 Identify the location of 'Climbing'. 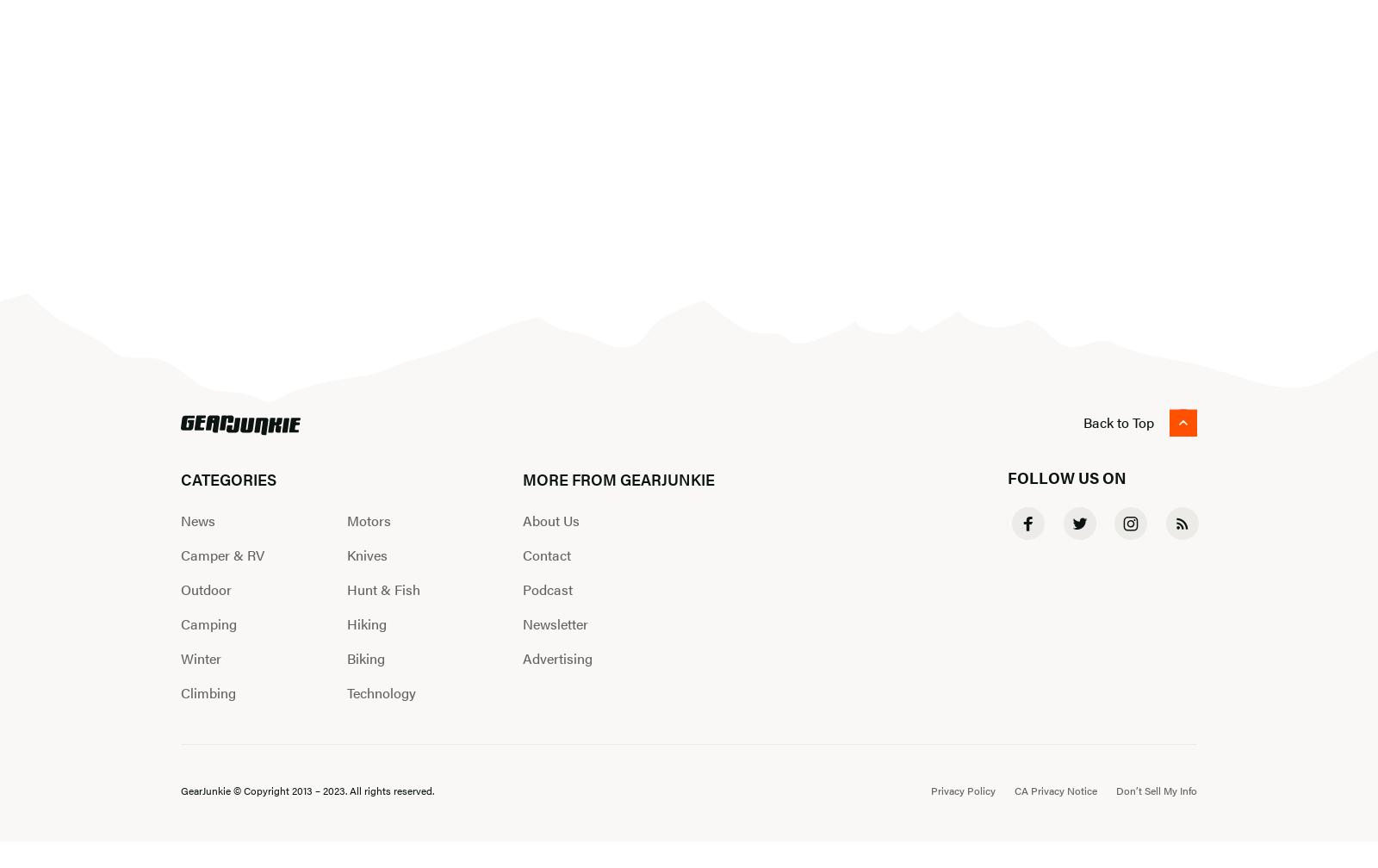
(208, 691).